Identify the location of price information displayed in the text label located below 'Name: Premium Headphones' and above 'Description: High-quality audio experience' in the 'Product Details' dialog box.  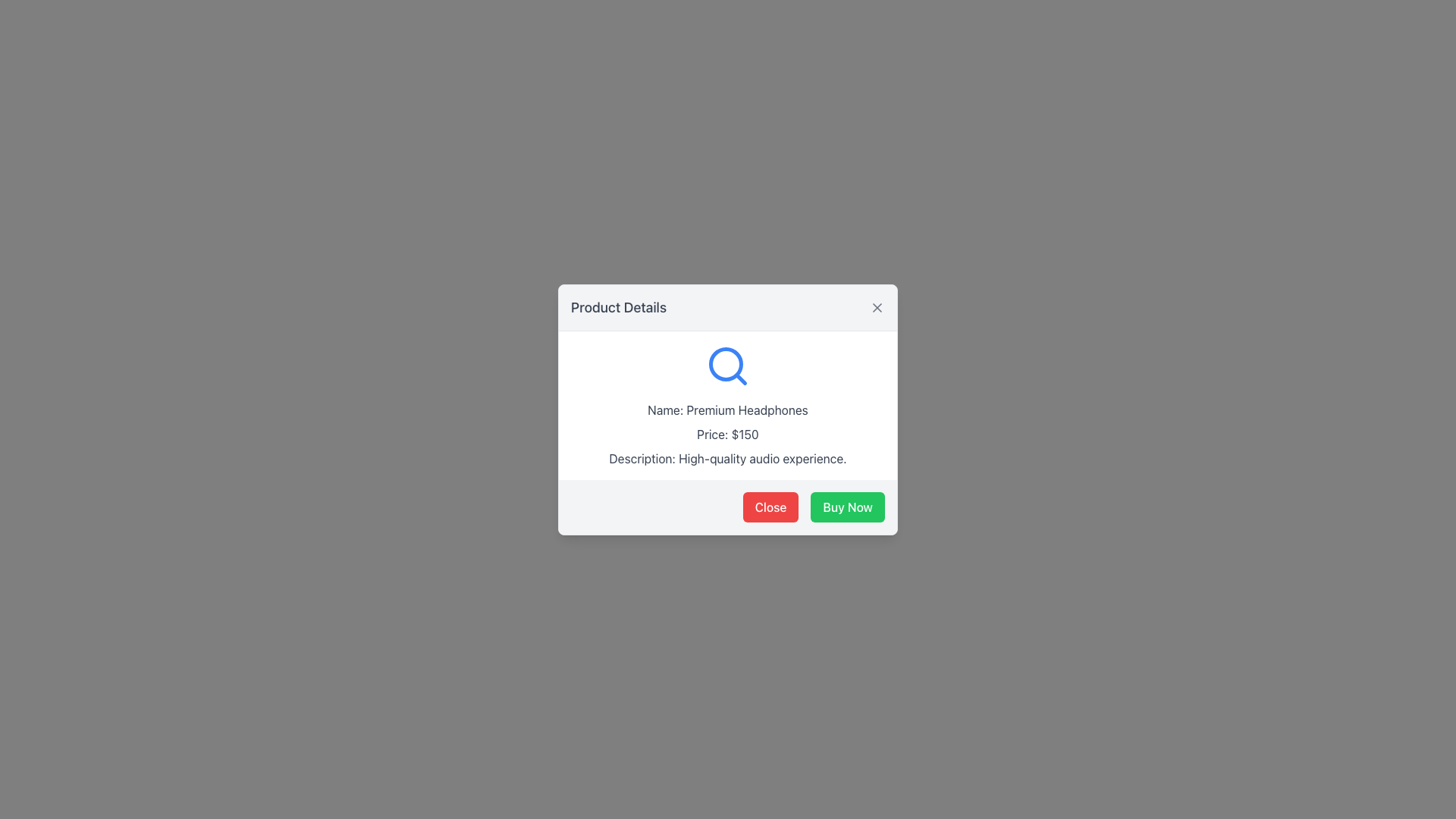
(728, 434).